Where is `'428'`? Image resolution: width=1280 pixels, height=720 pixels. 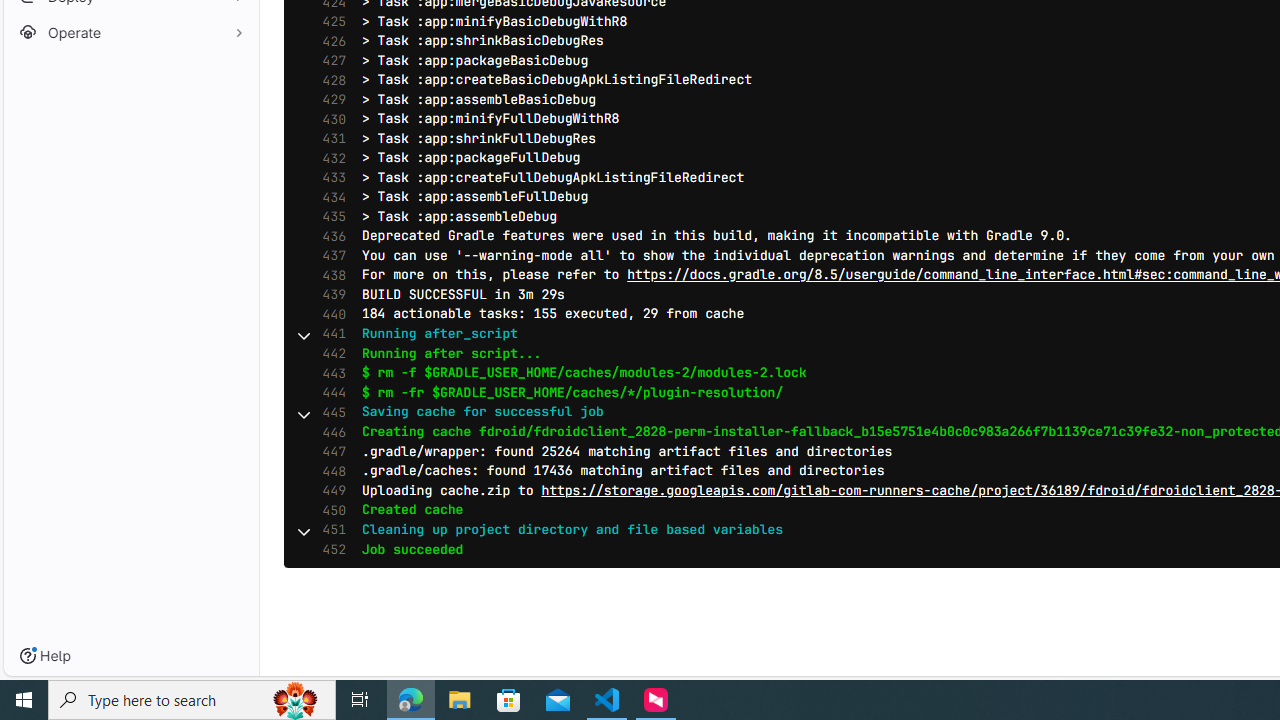
'428' is located at coordinates (329, 79).